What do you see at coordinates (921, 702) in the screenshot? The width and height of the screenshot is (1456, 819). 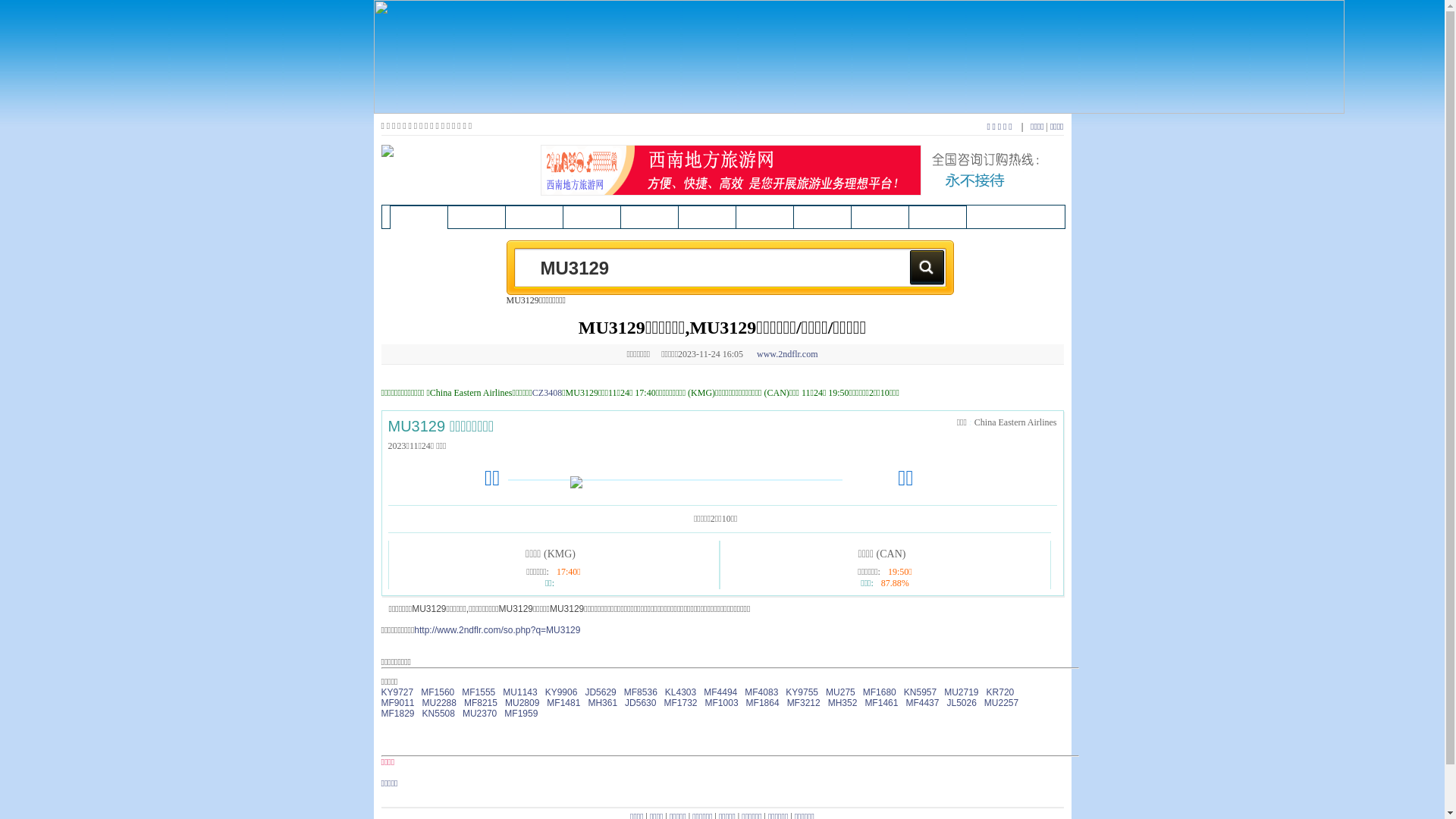 I see `'MF4437'` at bounding box center [921, 702].